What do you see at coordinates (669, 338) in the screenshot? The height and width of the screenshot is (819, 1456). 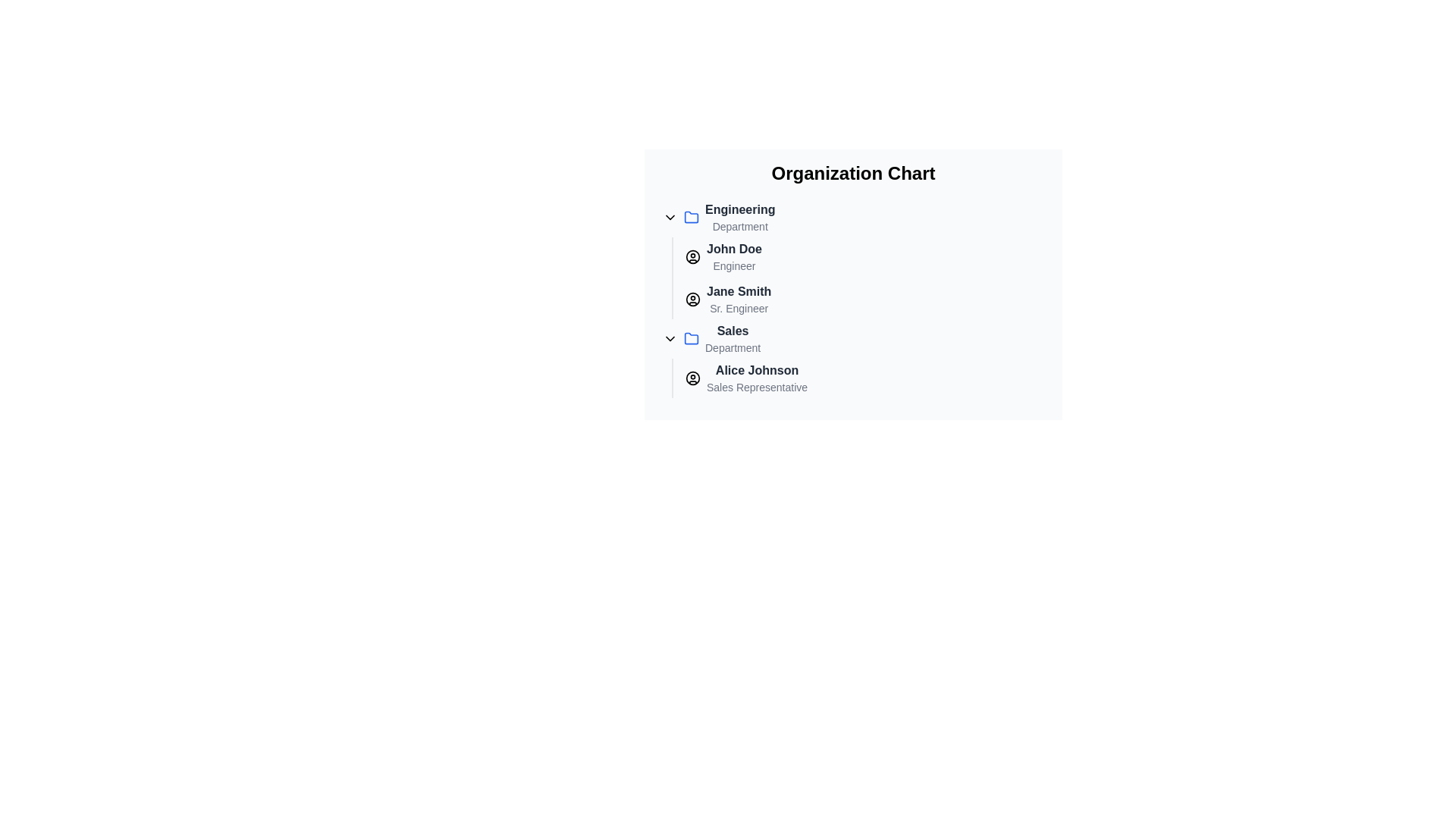 I see `the toggle button located to the left of the 'Sales' label` at bounding box center [669, 338].